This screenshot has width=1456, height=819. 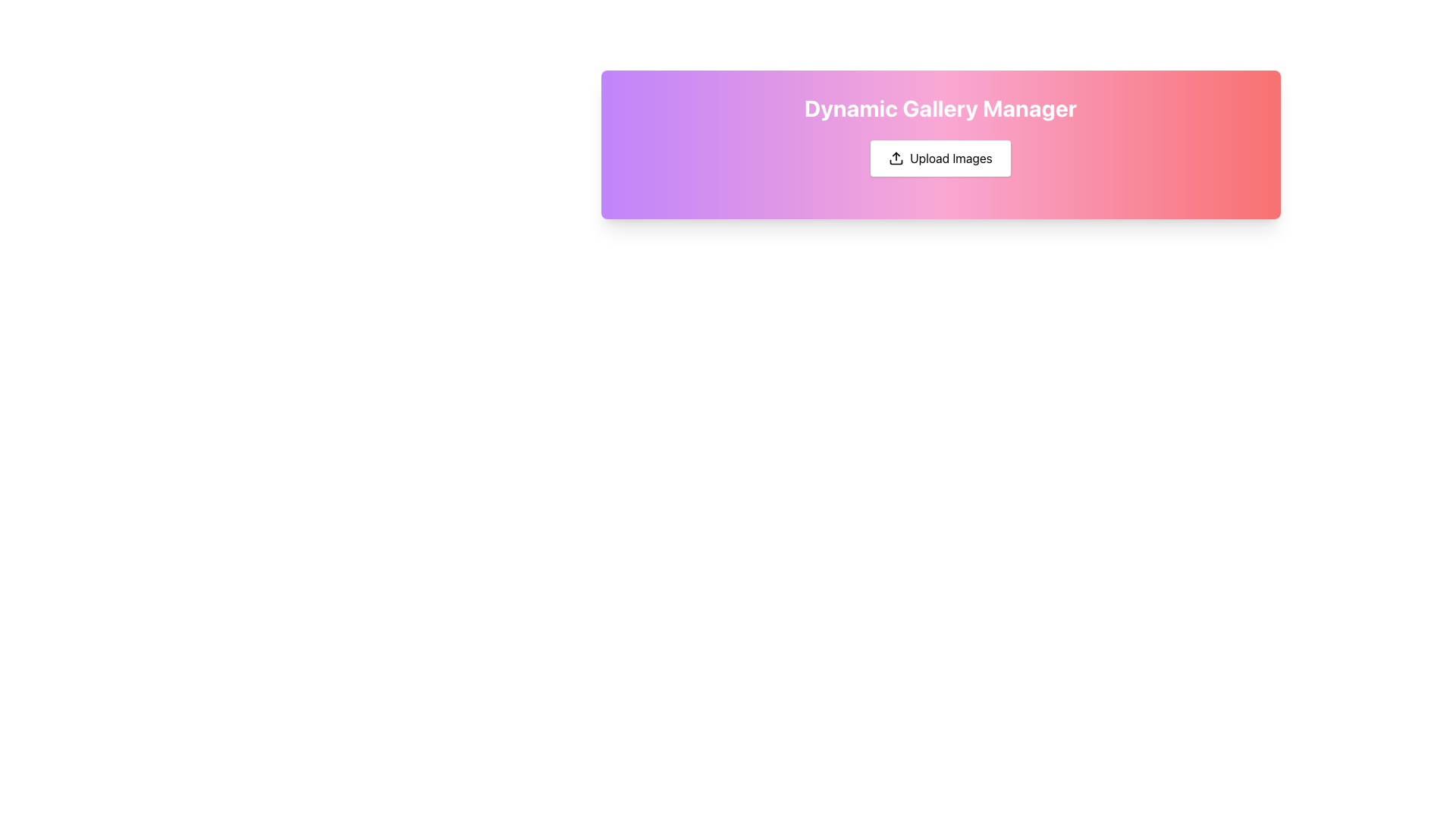 What do you see at coordinates (896, 158) in the screenshot?
I see `the upward-pointing arrow icon located to the left of the 'Upload Images' button in the central panel of the interface` at bounding box center [896, 158].